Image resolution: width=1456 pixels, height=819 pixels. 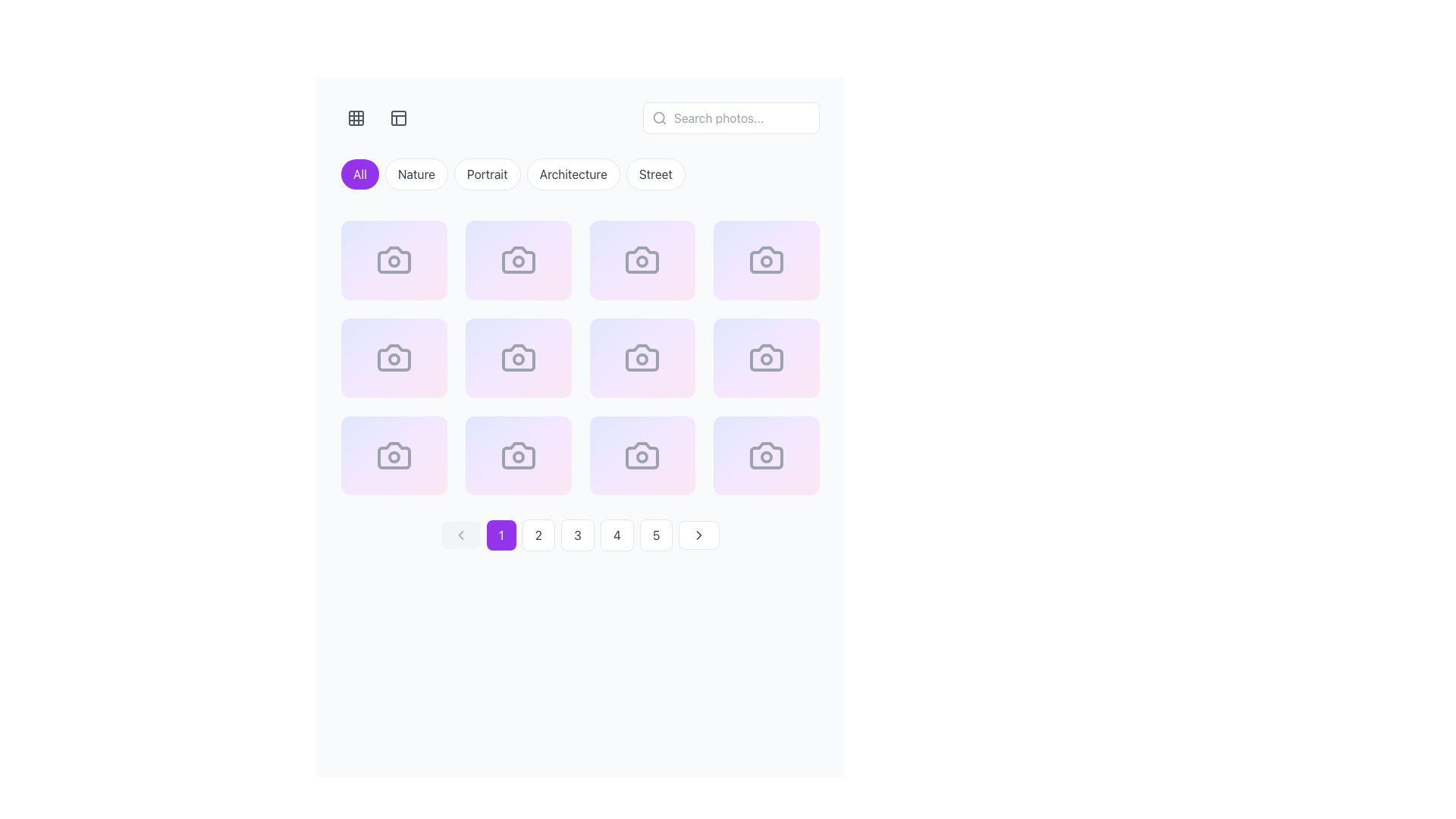 What do you see at coordinates (518, 261) in the screenshot?
I see `the small circular graphic element located at the center of the camera icon in the top row and second column of the grid layout` at bounding box center [518, 261].